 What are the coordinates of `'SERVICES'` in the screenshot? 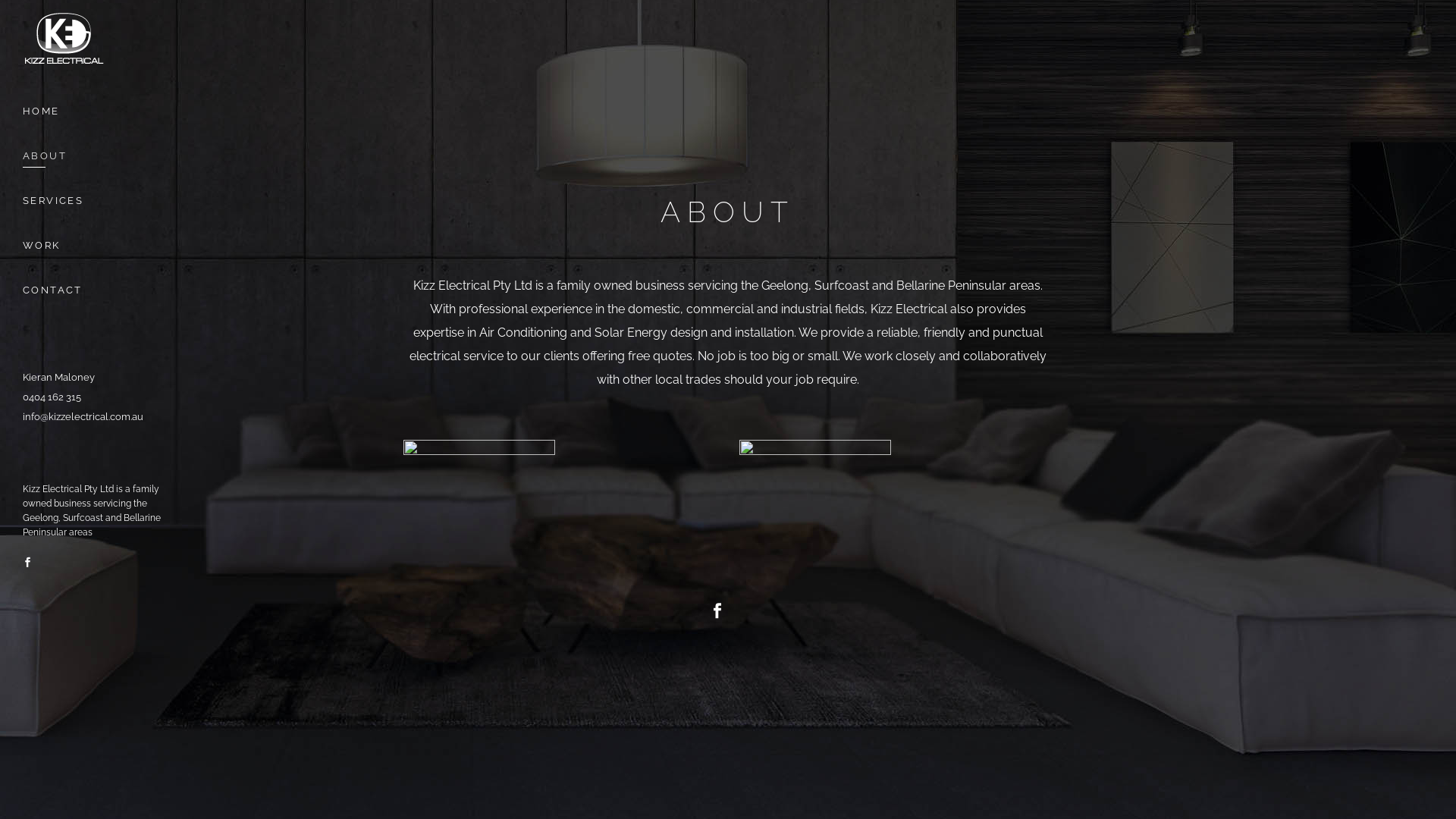 It's located at (97, 199).